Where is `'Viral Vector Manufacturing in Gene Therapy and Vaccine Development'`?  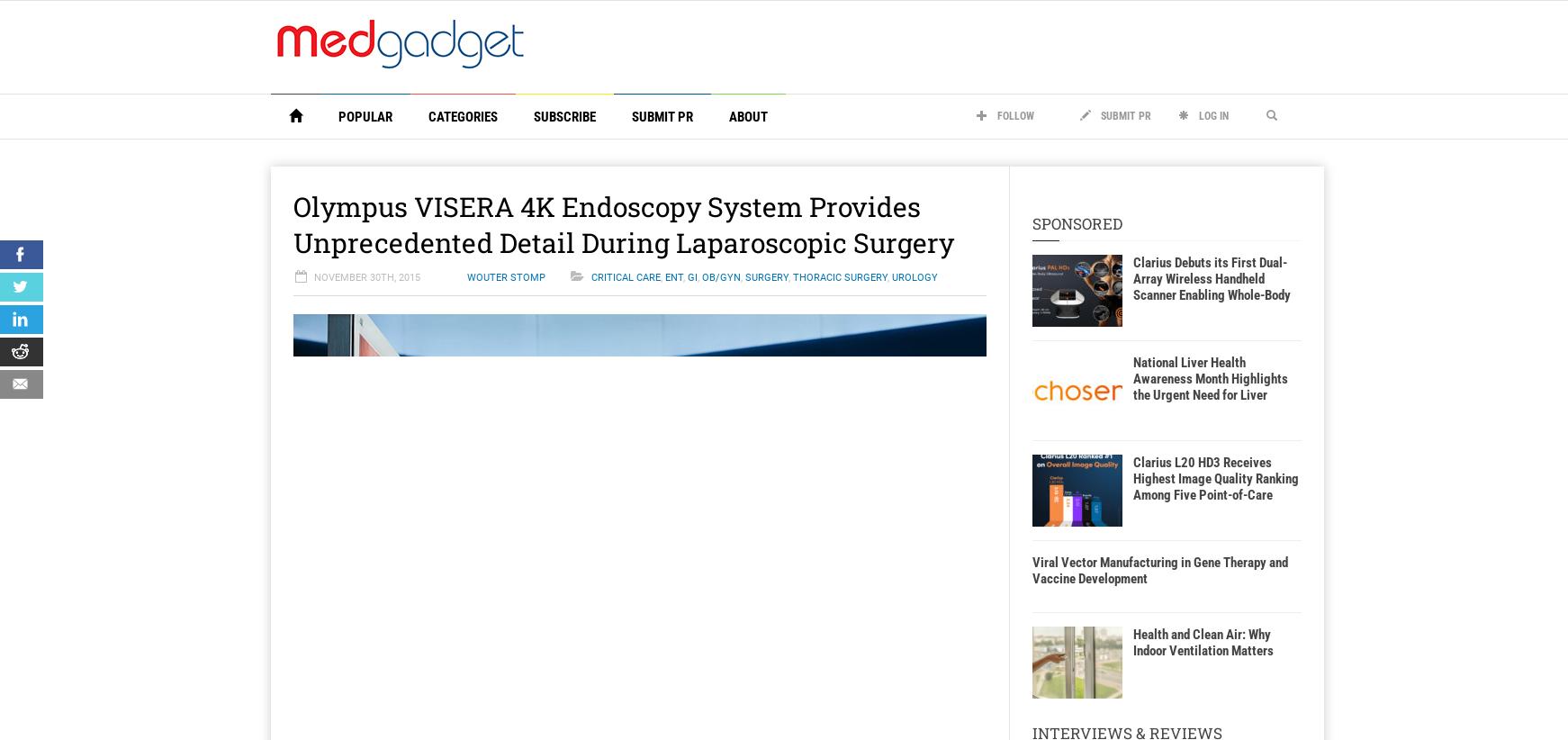
'Viral Vector Manufacturing in Gene Therapy and Vaccine Development' is located at coordinates (1159, 571).